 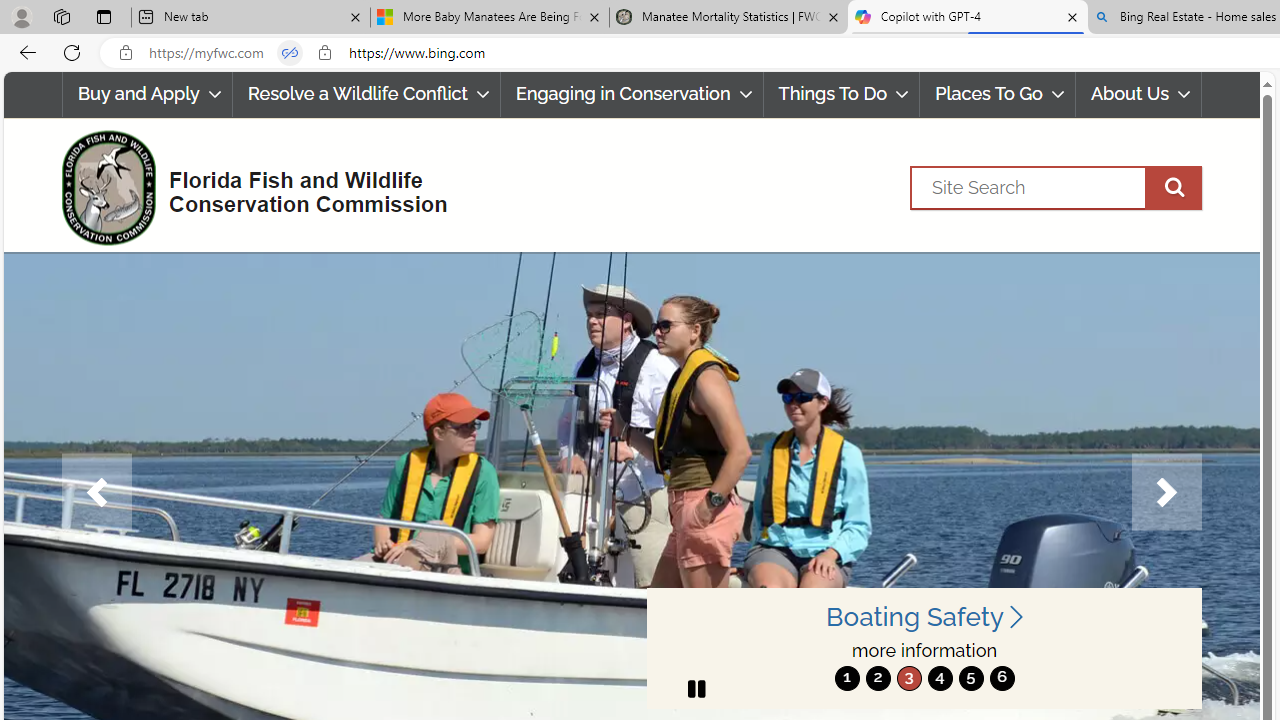 I want to click on 'Resolve a Wildlife Conflict', so click(x=366, y=94).